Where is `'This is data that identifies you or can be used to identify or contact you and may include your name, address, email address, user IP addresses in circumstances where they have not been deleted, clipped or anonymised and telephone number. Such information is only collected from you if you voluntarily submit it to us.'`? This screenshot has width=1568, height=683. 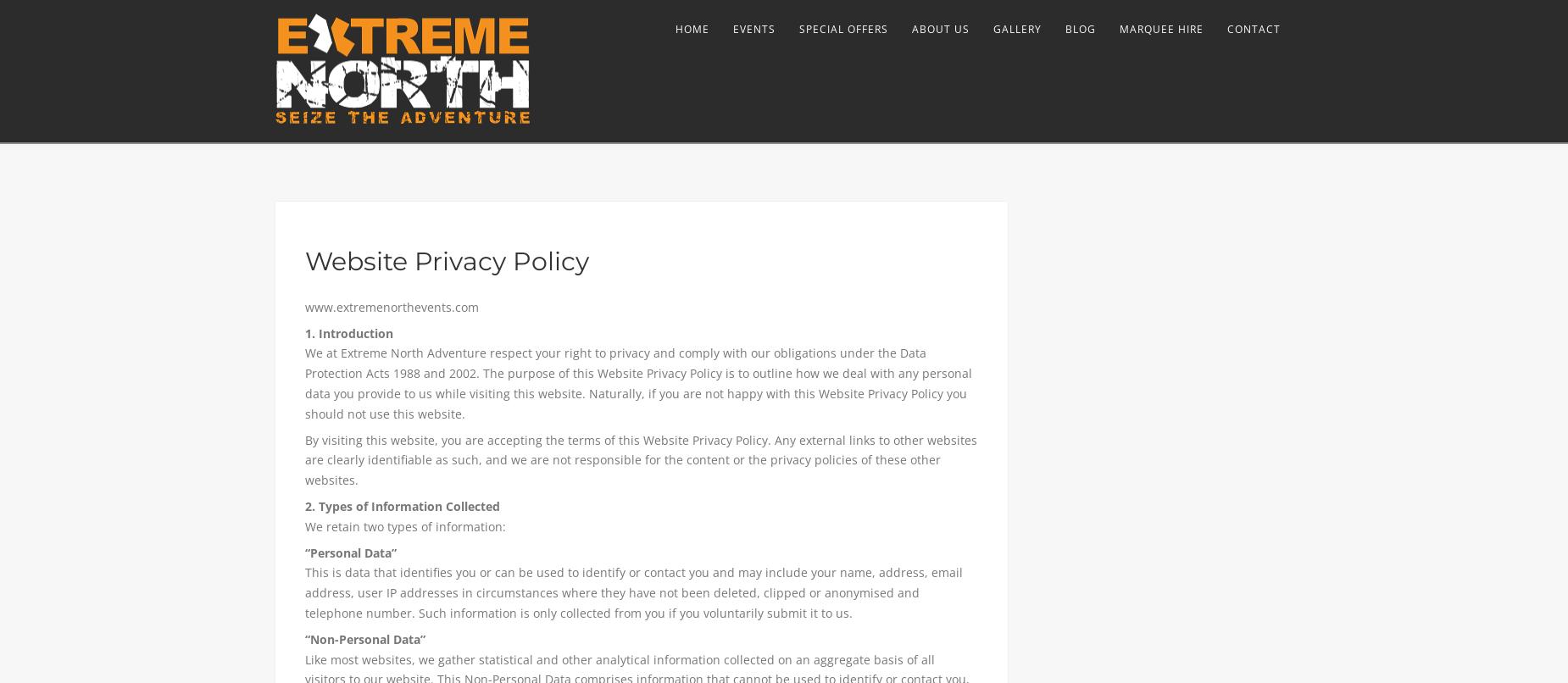 'This is data that identifies you or can be used to identify or contact you and may include your name, address, email address, user IP addresses in circumstances where they have not been deleted, clipped or anonymised and telephone number. Such information is only collected from you if you voluntarily submit it to us.' is located at coordinates (303, 592).